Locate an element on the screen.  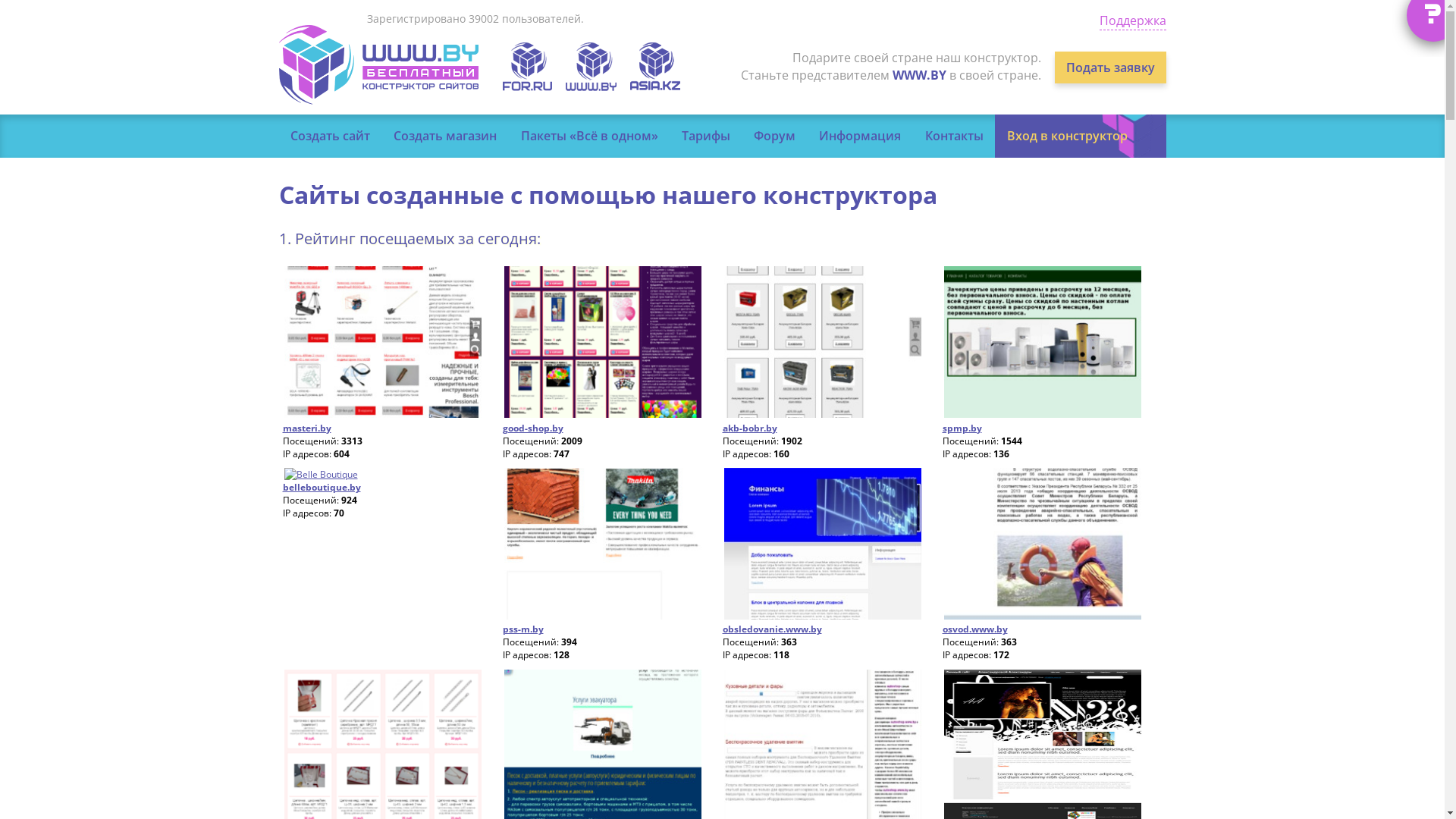
'spmp.by' is located at coordinates (960, 428).